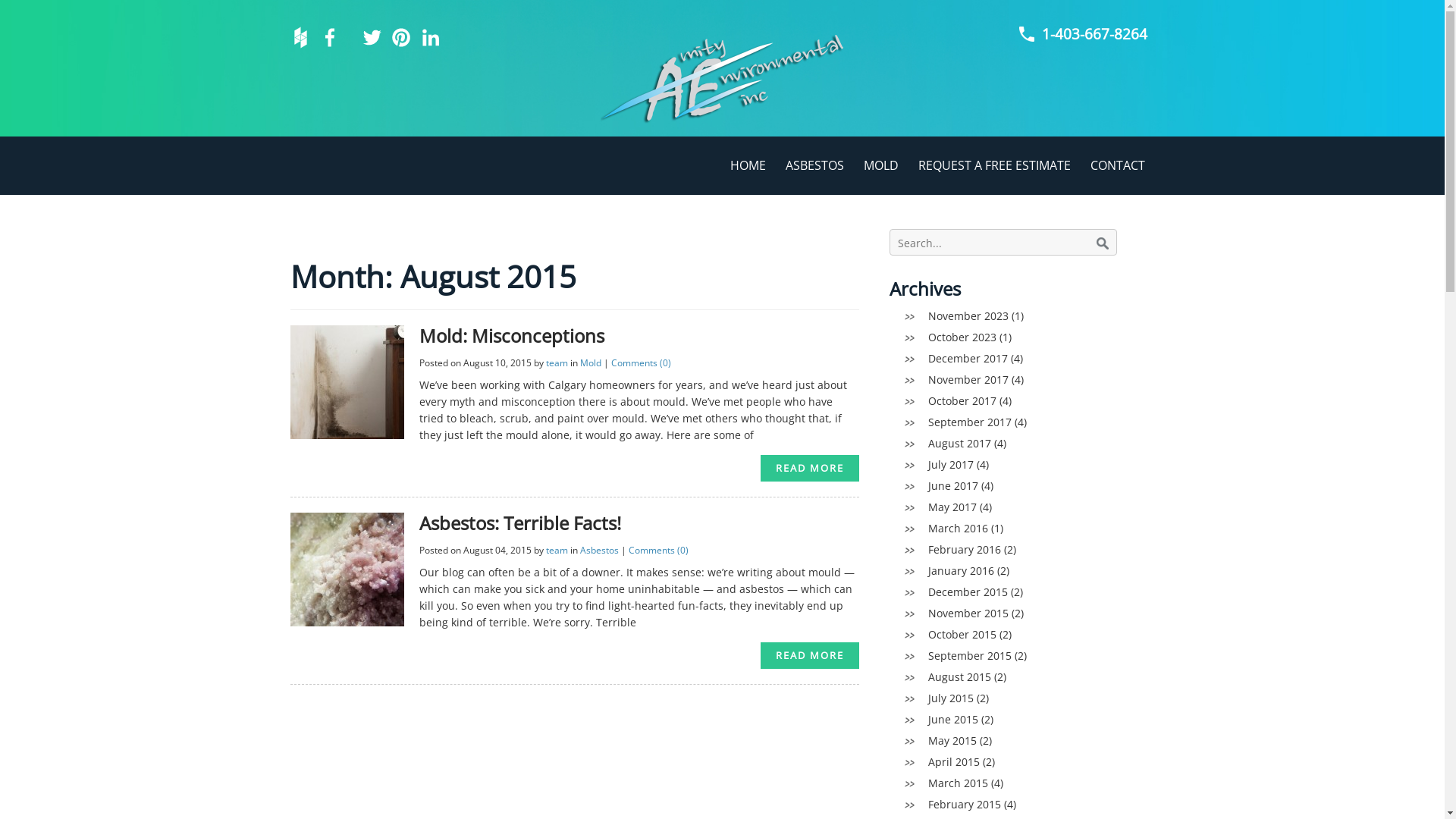 The width and height of the screenshot is (1456, 819). Describe the element at coordinates (957, 783) in the screenshot. I see `'March 2015'` at that location.